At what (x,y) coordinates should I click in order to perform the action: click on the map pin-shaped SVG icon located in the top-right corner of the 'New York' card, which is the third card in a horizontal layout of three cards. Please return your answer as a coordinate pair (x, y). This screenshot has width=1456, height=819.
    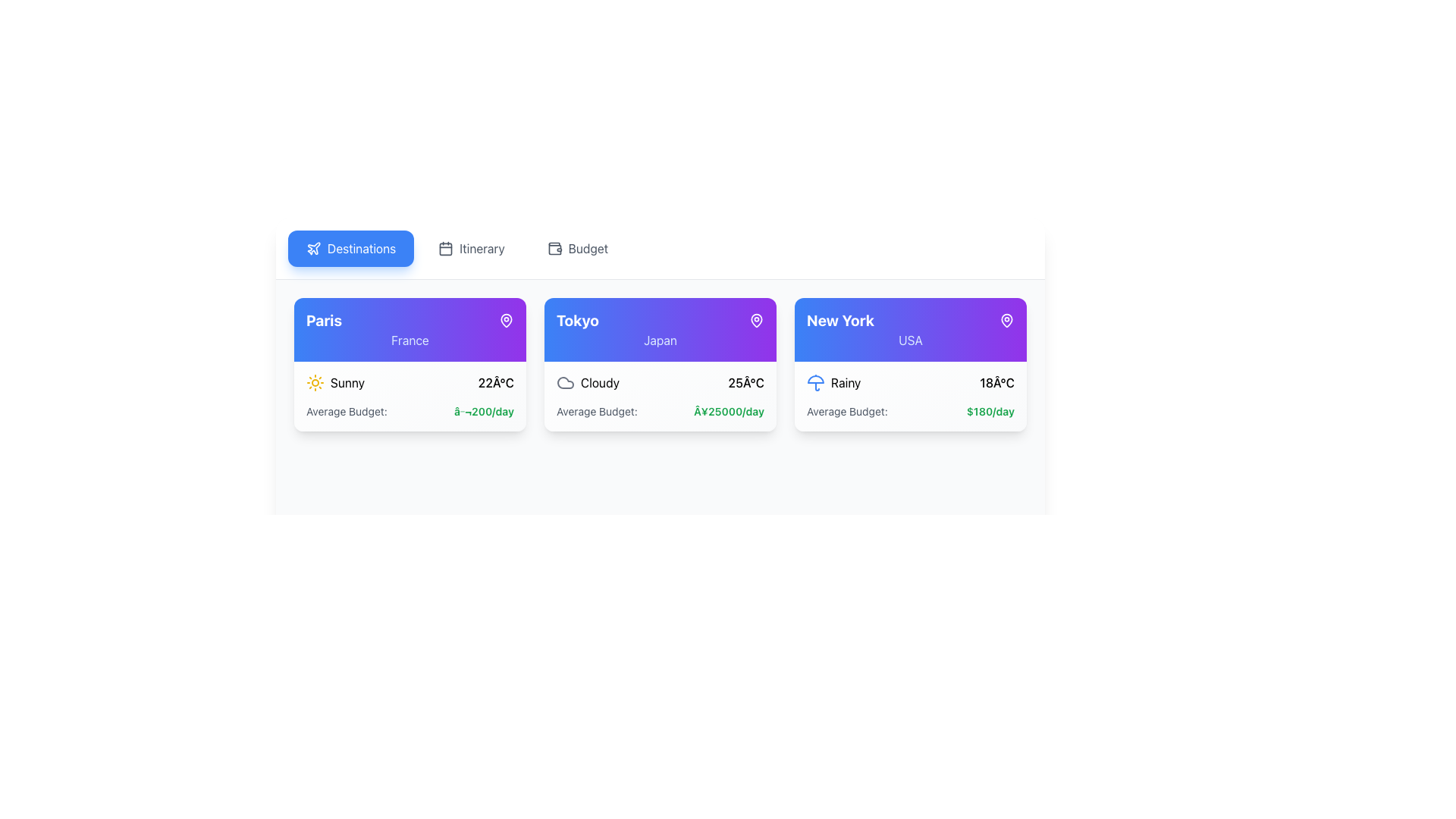
    Looking at the image, I should click on (1007, 318).